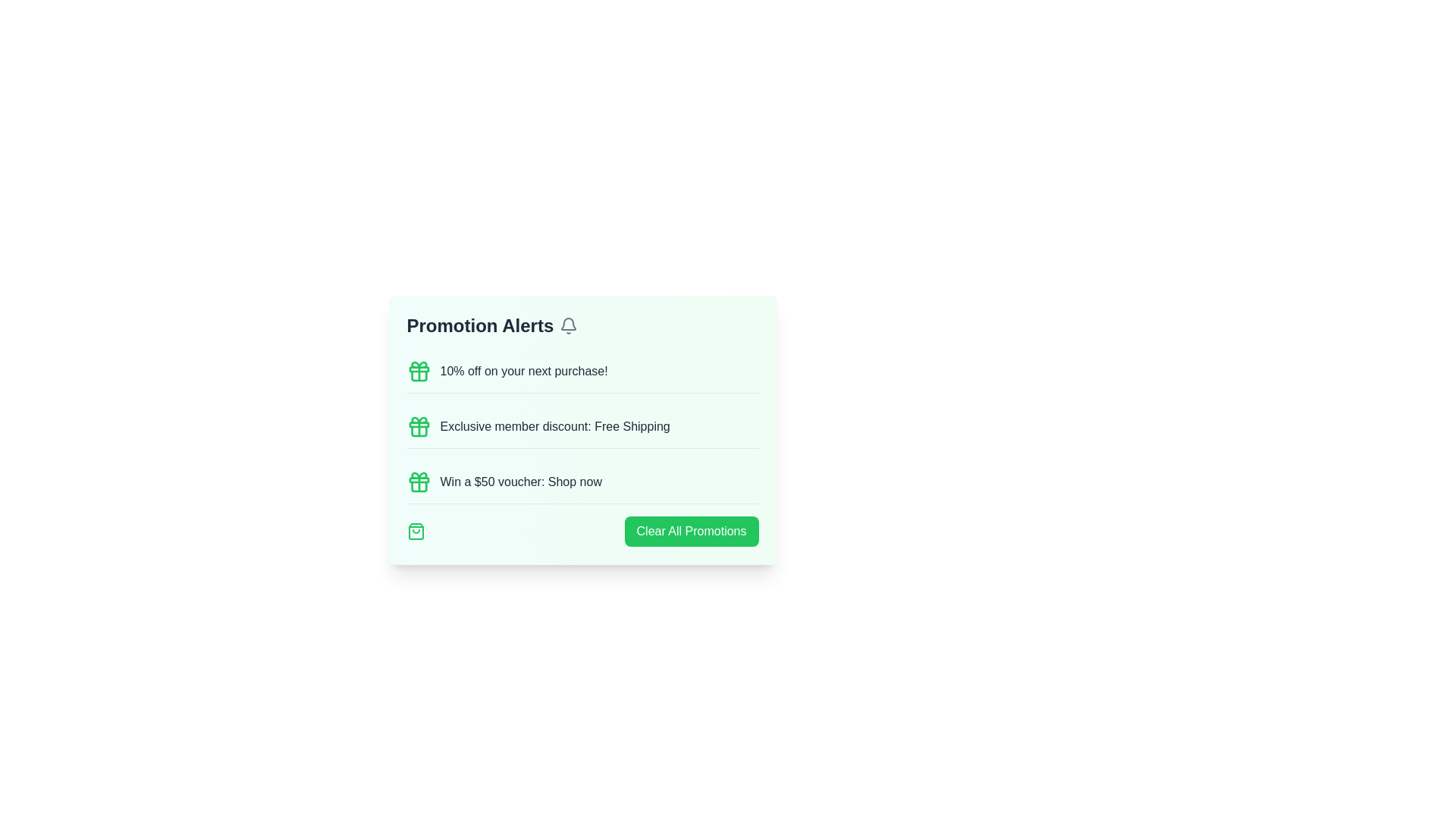  What do you see at coordinates (582, 430) in the screenshot?
I see `the Text block with an icon list that presents promotional information about discounts, specifically the second item showcasing 'Exclusive member discount: Free Shipping' in the 'Promotion Alerts' section` at bounding box center [582, 430].